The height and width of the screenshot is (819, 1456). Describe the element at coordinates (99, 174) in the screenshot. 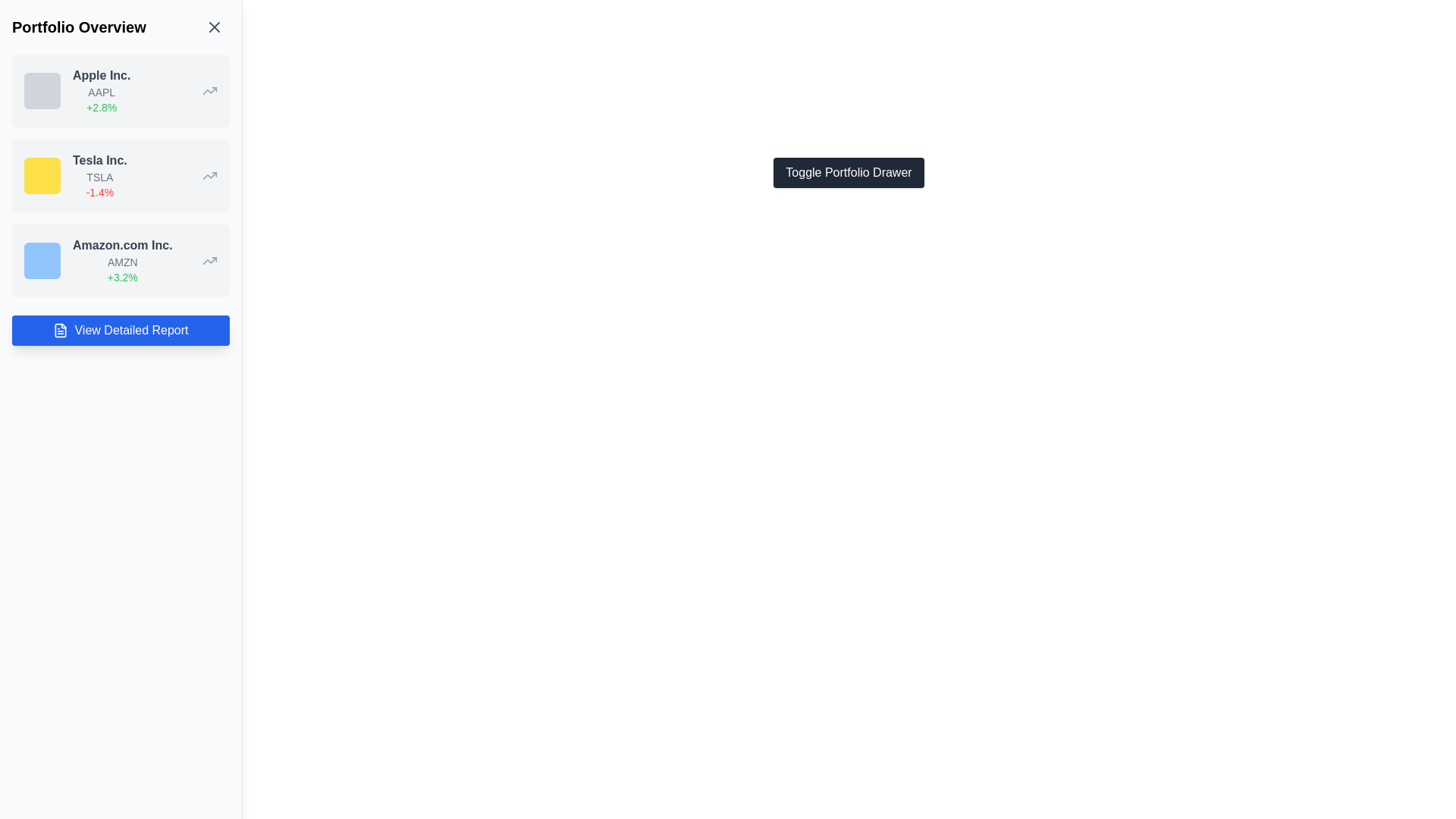

I see `the text-based informational group displaying 'Tesla Inc.' with the abbreviation 'TSLA' and the percentage '-1.4%' on the left sidebar under 'Portfolio Overview'` at that location.